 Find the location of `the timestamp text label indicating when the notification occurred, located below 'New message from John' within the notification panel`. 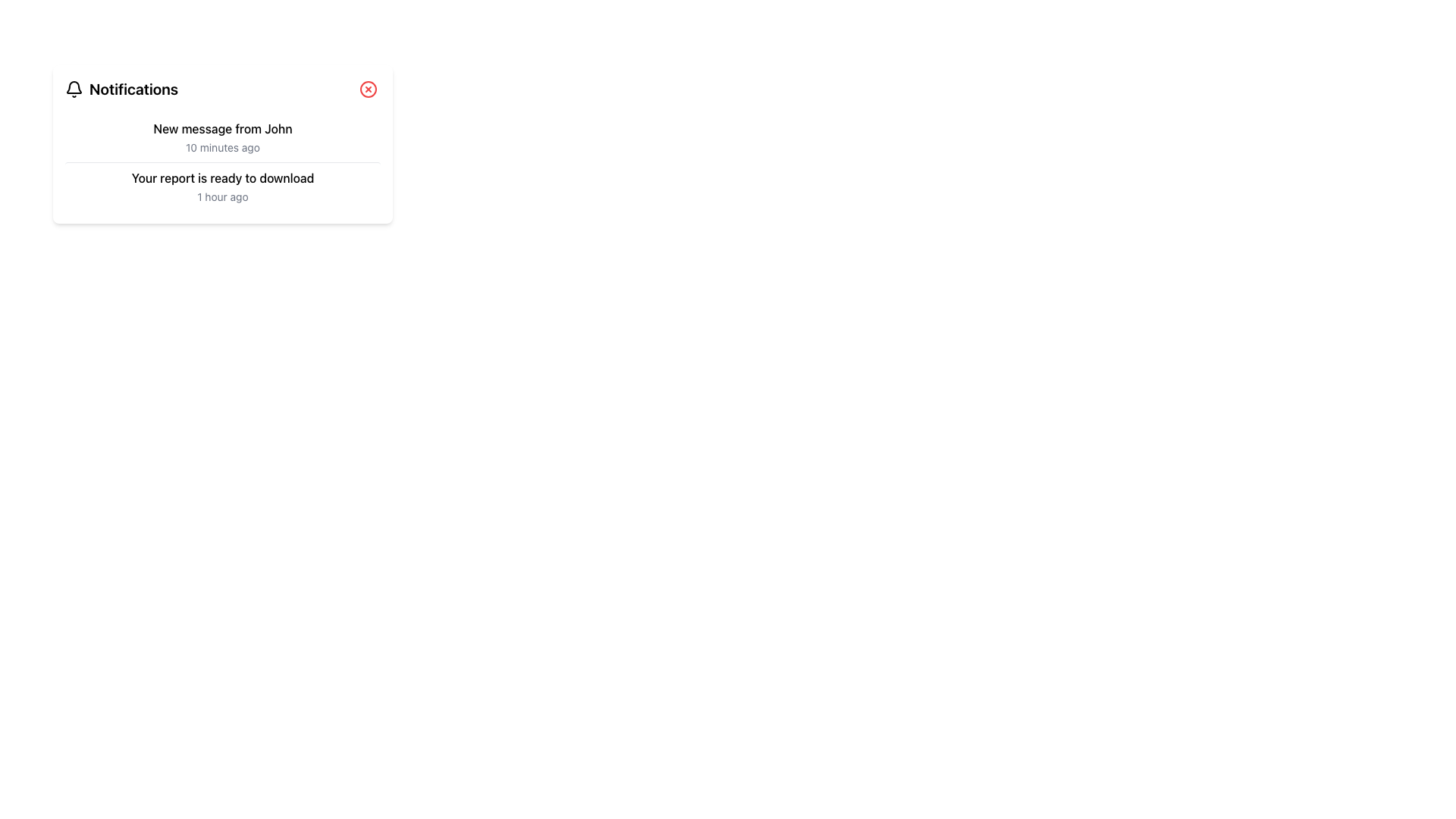

the timestamp text label indicating when the notification occurred, located below 'New message from John' within the notification panel is located at coordinates (221, 147).